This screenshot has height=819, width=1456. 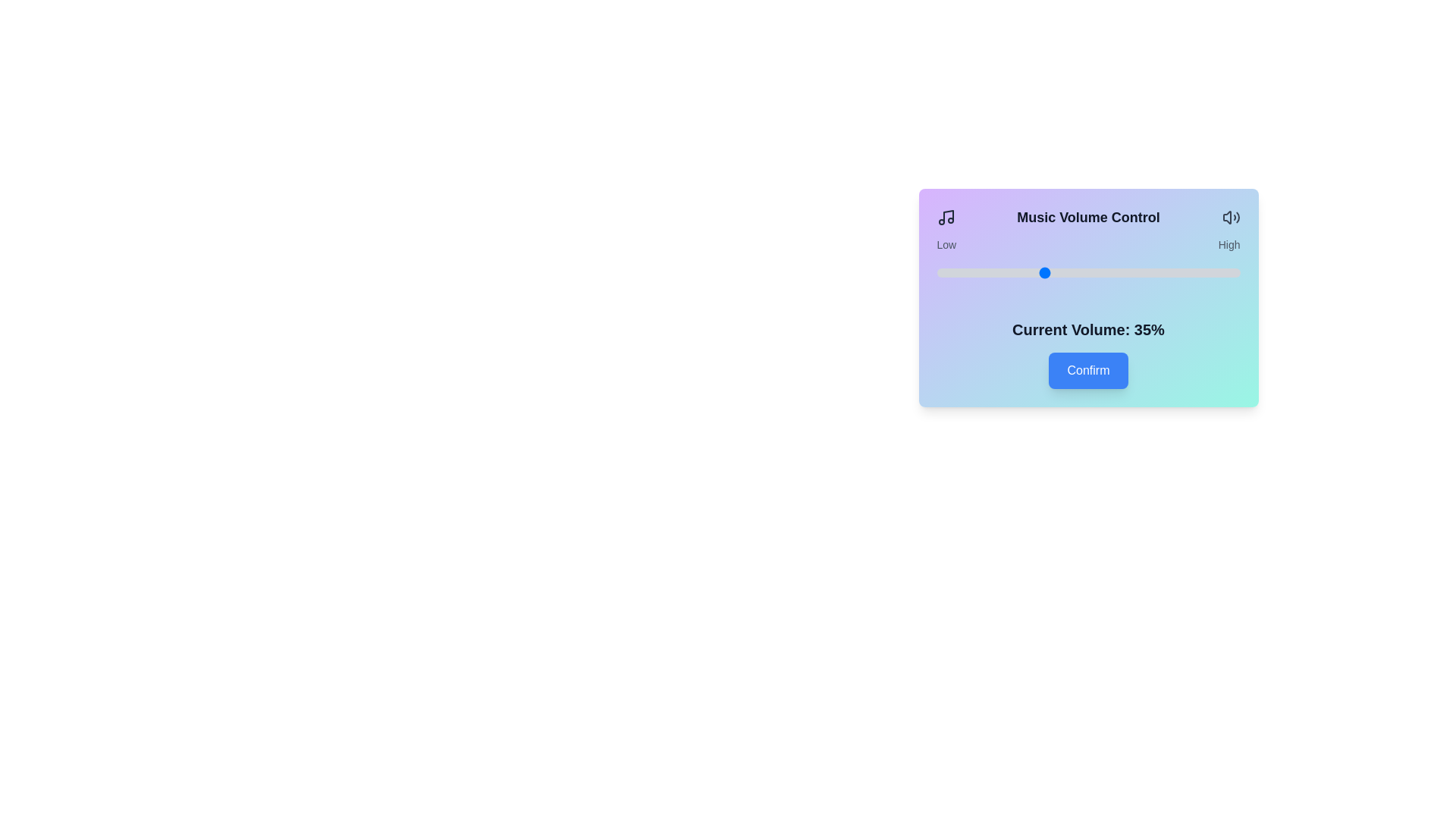 I want to click on the music icon to trigger its interaction, so click(x=945, y=217).